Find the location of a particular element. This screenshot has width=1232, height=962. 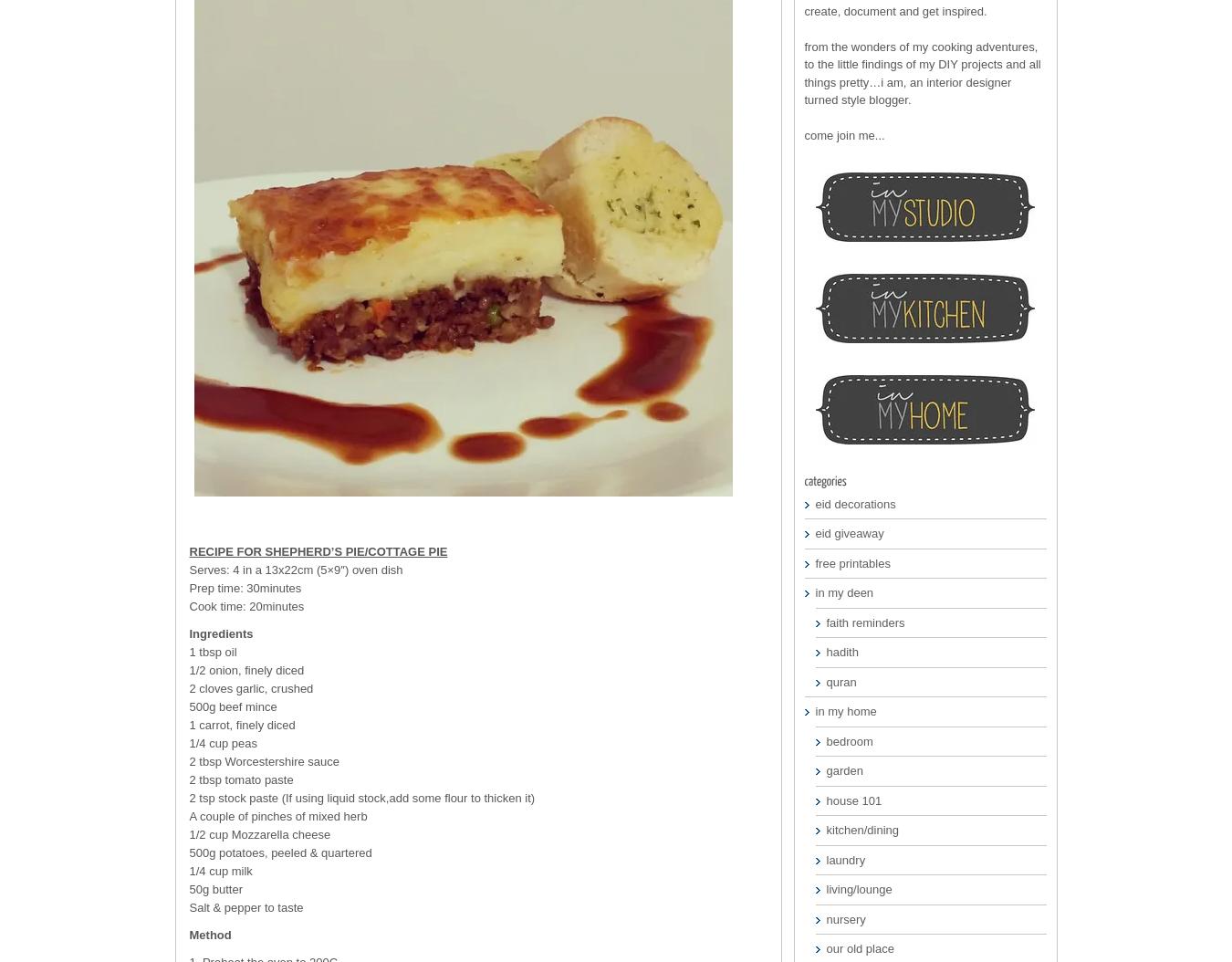

'house 101' is located at coordinates (852, 800).